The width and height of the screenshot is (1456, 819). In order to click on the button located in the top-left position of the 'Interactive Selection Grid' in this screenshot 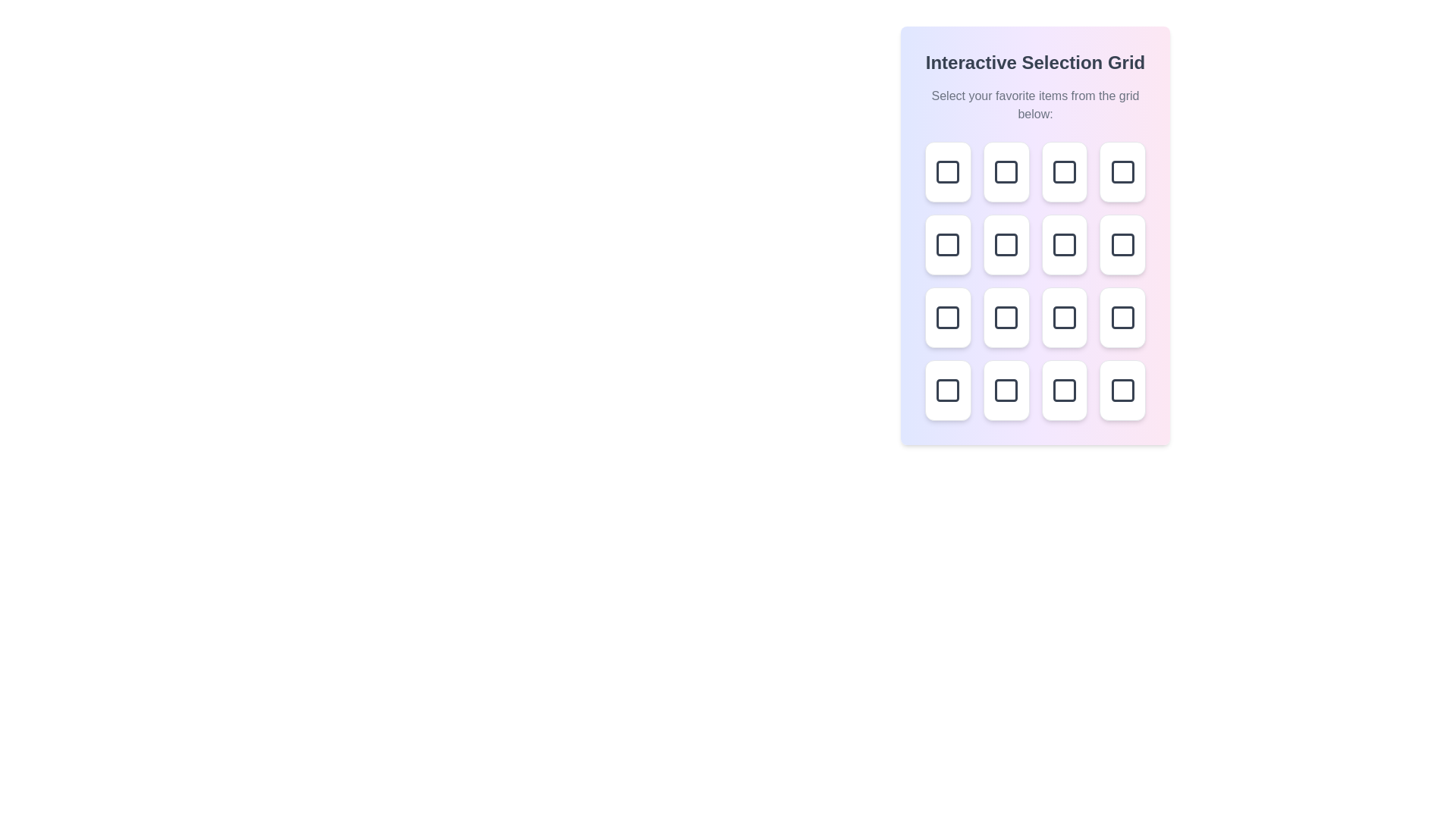, I will do `click(946, 171)`.